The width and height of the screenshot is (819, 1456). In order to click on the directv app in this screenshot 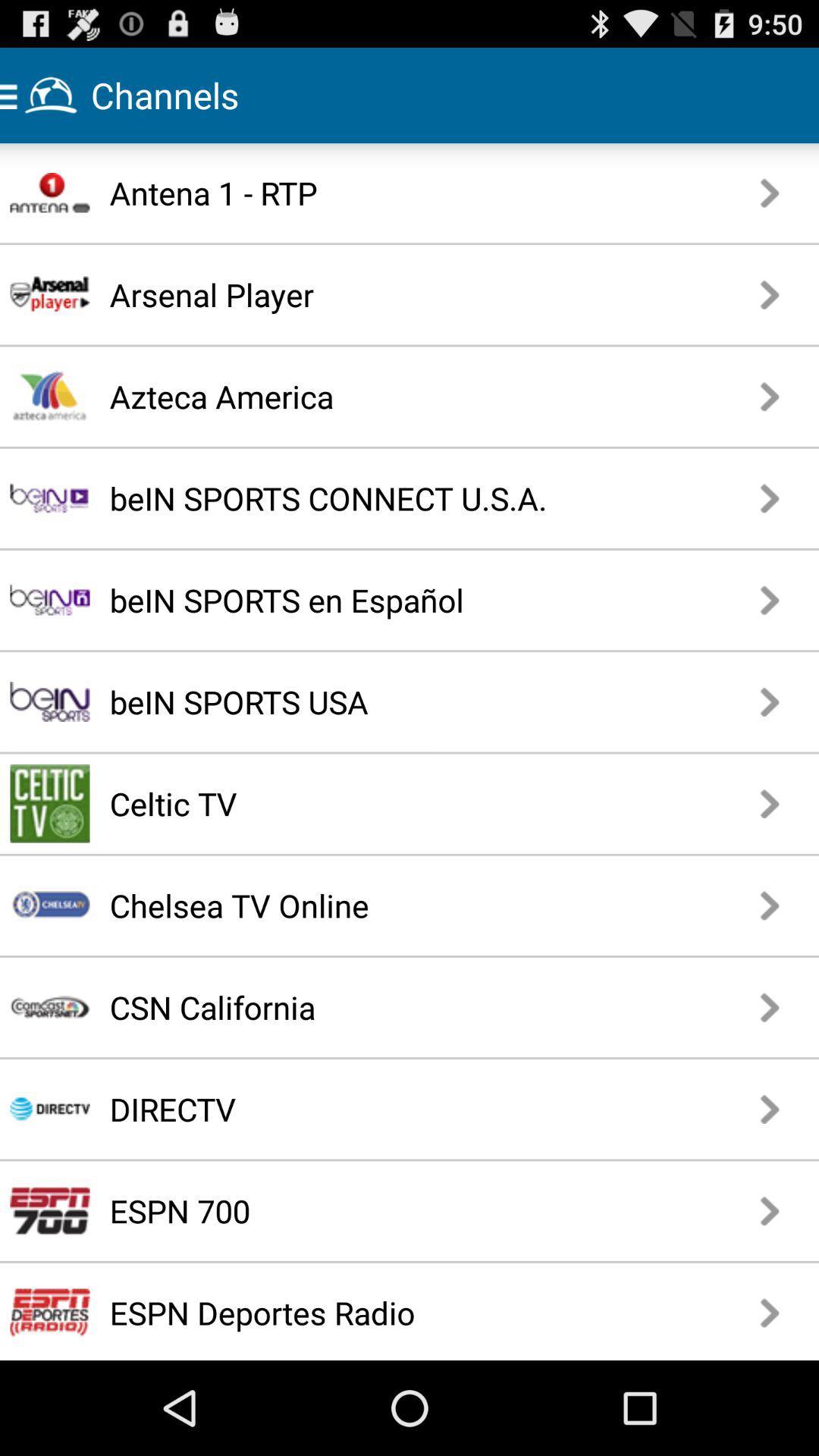, I will do `click(355, 1109)`.